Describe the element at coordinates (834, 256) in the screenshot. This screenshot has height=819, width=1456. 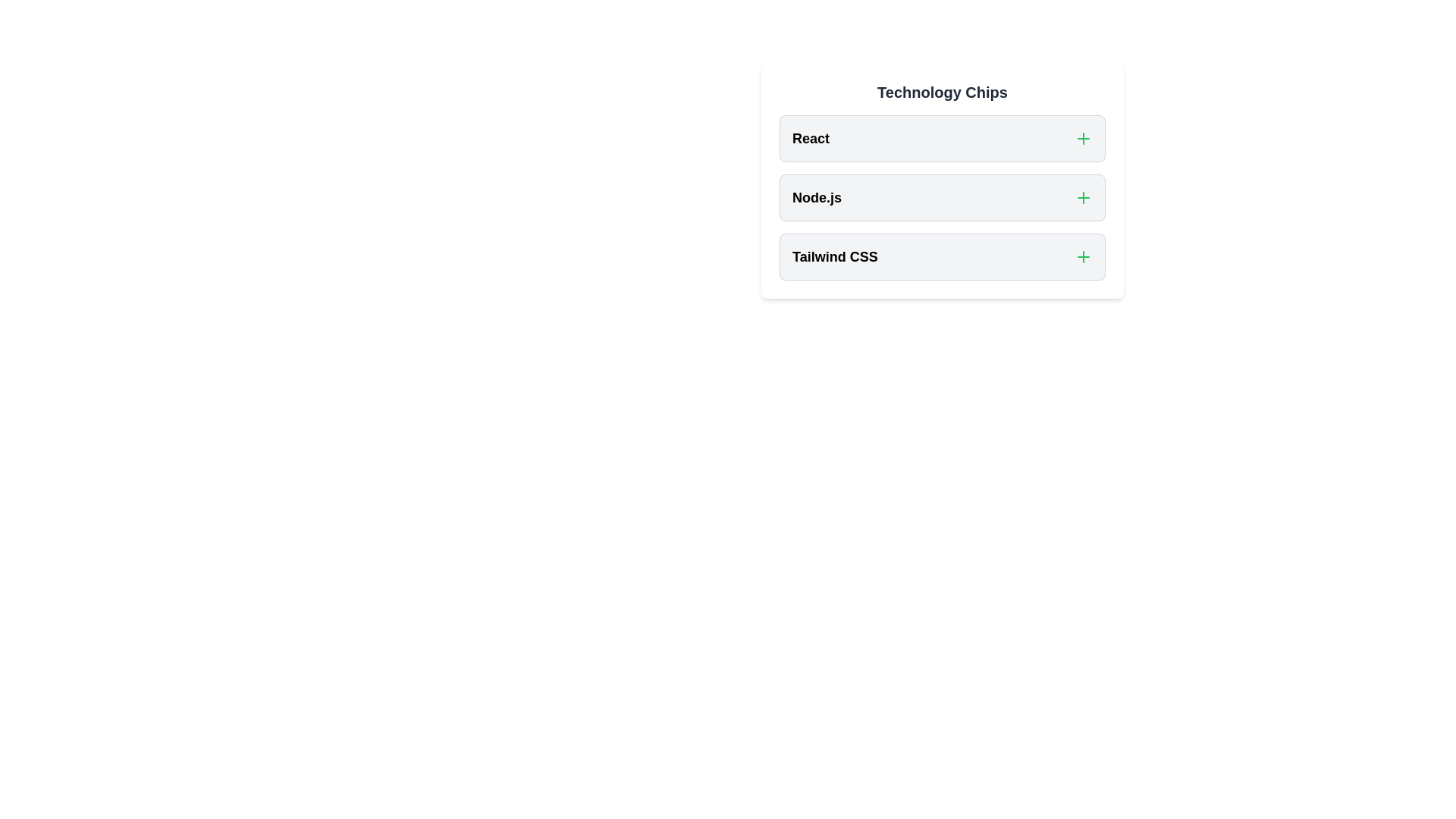
I see `the title of the chip named Tailwind CSS to focus on it` at that location.